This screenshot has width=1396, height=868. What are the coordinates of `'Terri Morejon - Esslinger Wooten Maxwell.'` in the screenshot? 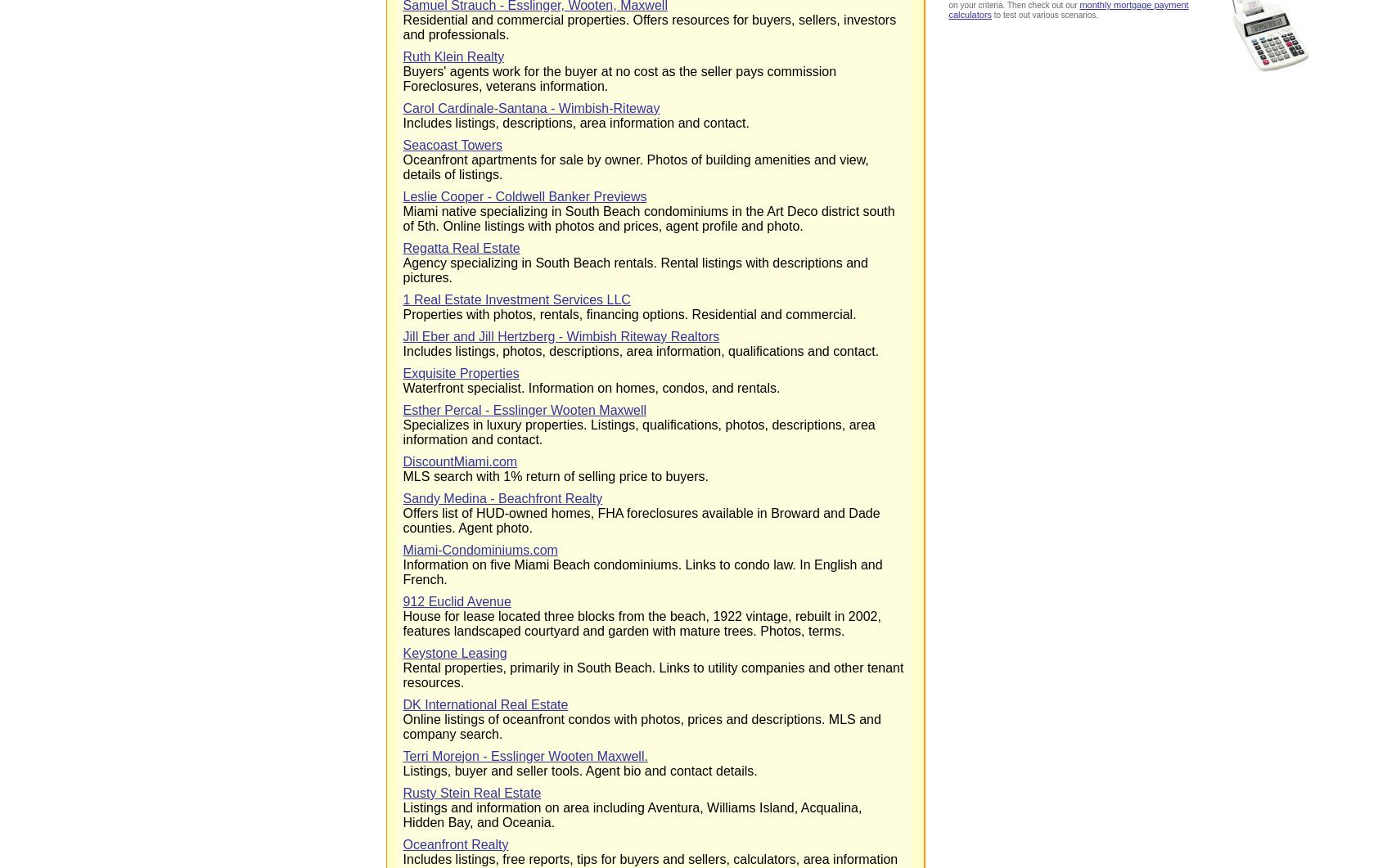 It's located at (524, 755).